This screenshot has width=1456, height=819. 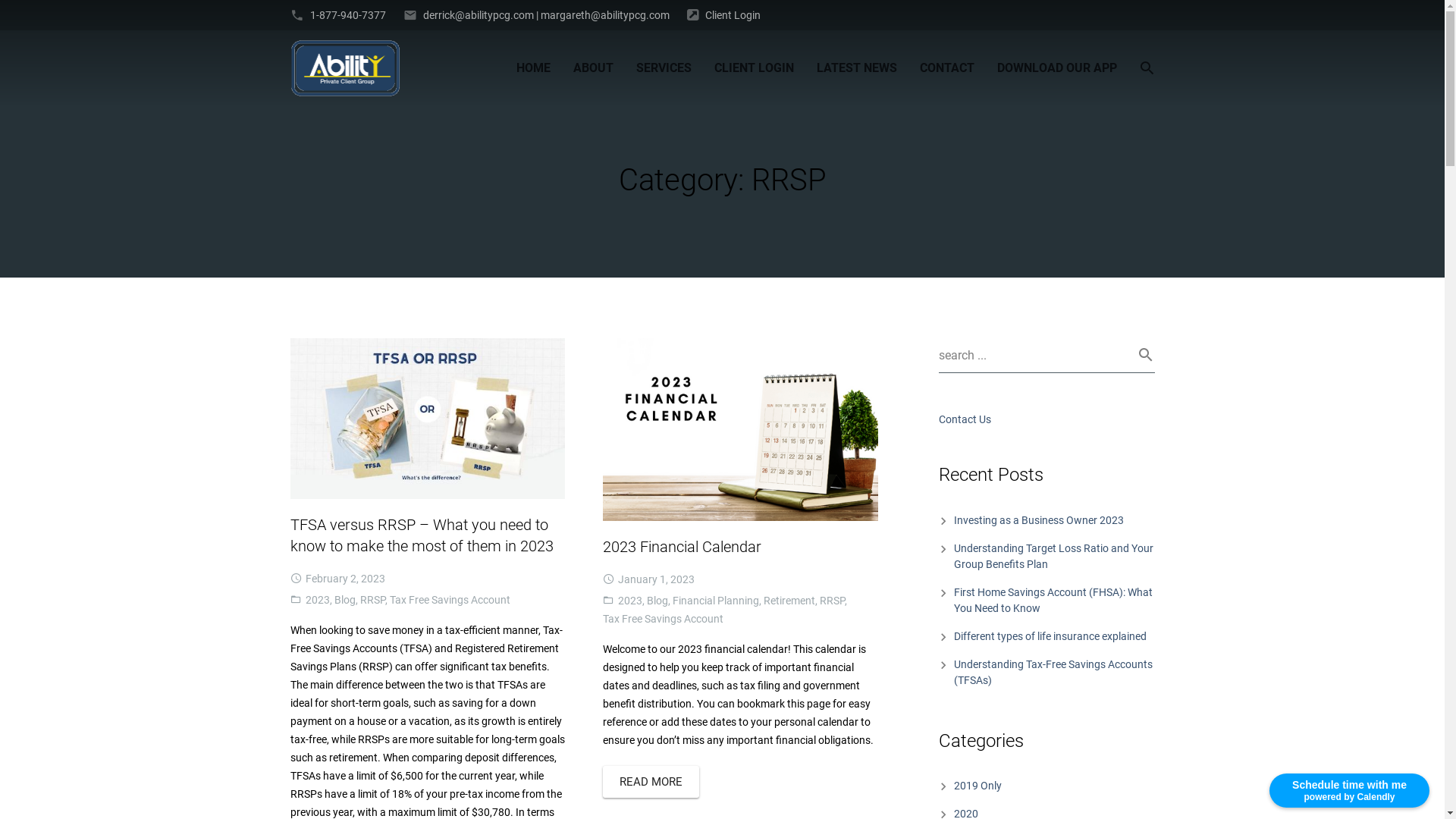 What do you see at coordinates (625, 67) in the screenshot?
I see `'SERVICES'` at bounding box center [625, 67].